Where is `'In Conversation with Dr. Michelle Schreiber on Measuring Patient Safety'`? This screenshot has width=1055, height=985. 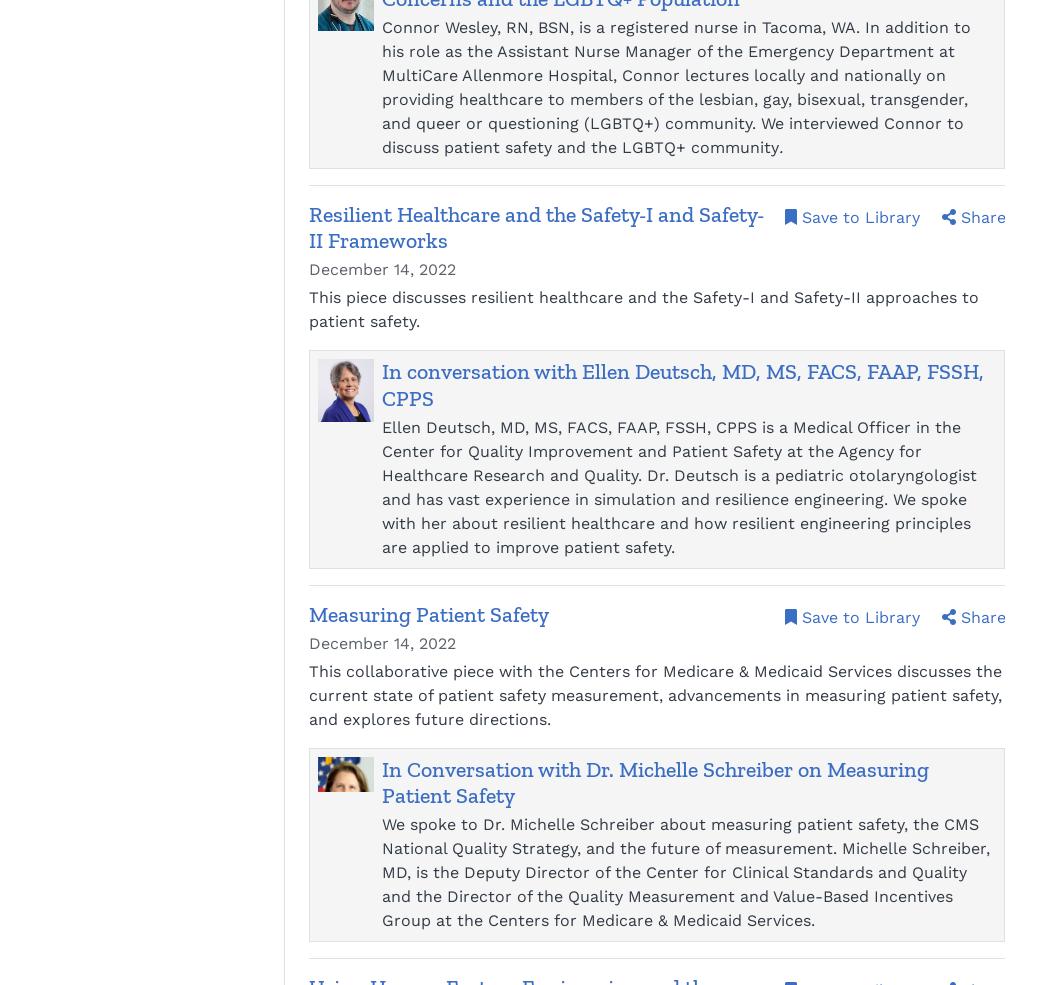
'In Conversation with Dr. Michelle Schreiber on Measuring Patient Safety' is located at coordinates (654, 781).